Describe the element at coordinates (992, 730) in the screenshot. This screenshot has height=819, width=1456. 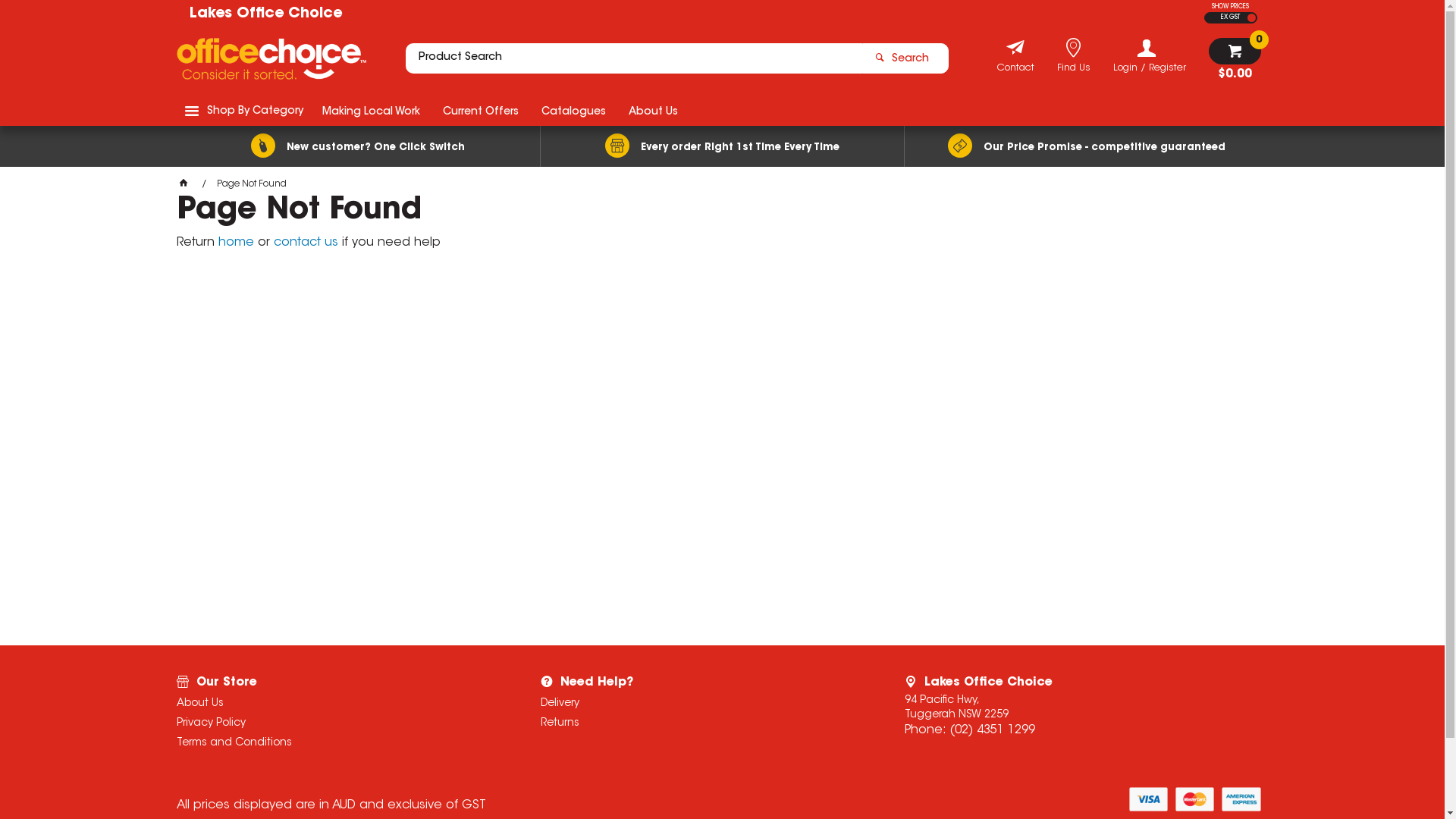
I see `'(02) 4351 1299'` at that location.